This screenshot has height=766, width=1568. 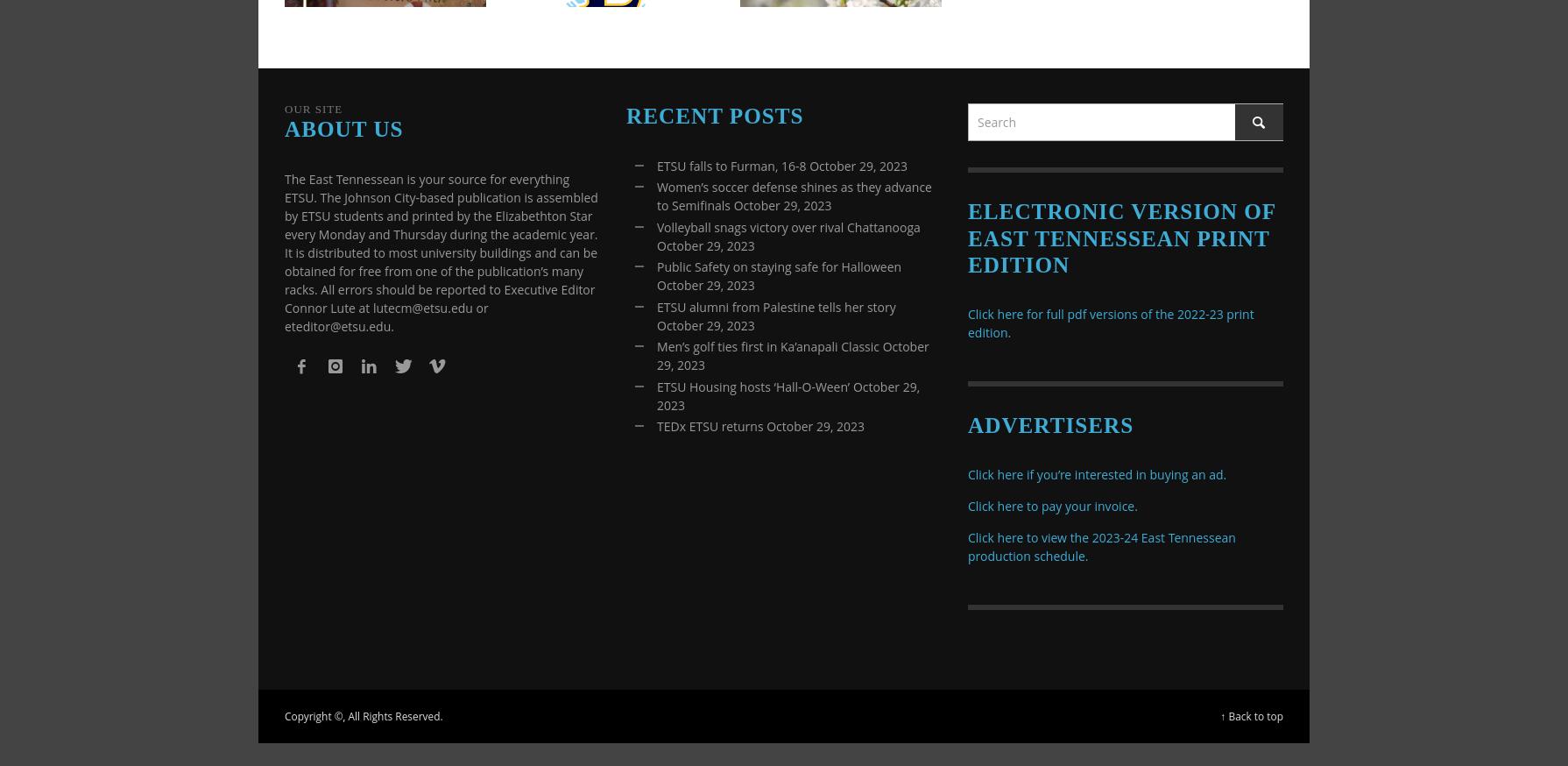 I want to click on 'Public Safety on staying safe for Halloween', so click(x=778, y=266).